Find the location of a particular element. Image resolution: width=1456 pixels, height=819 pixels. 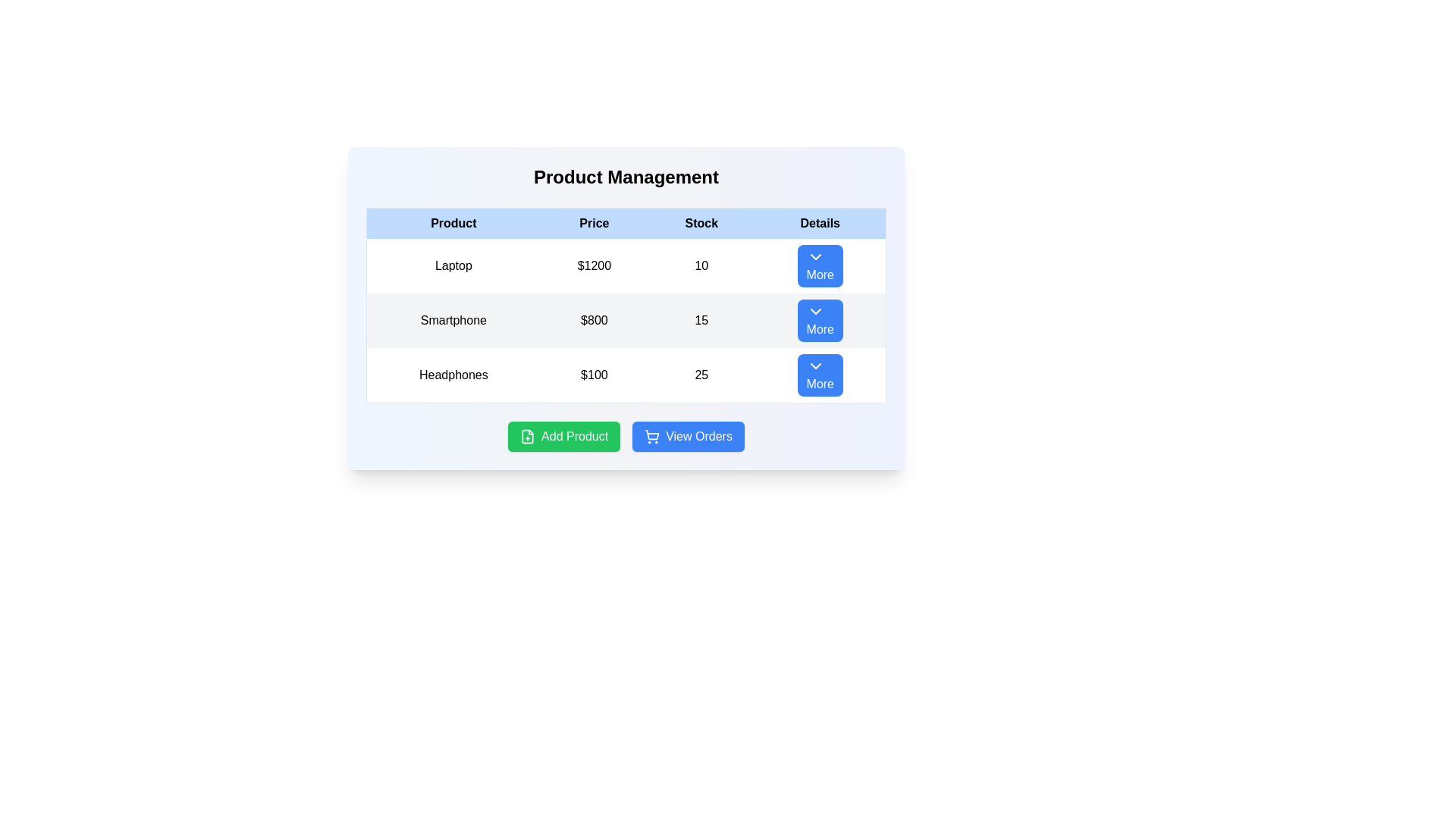

the price text label for the 'Laptop' product located in the second column of the product details table under the 'Price' header is located at coordinates (593, 265).